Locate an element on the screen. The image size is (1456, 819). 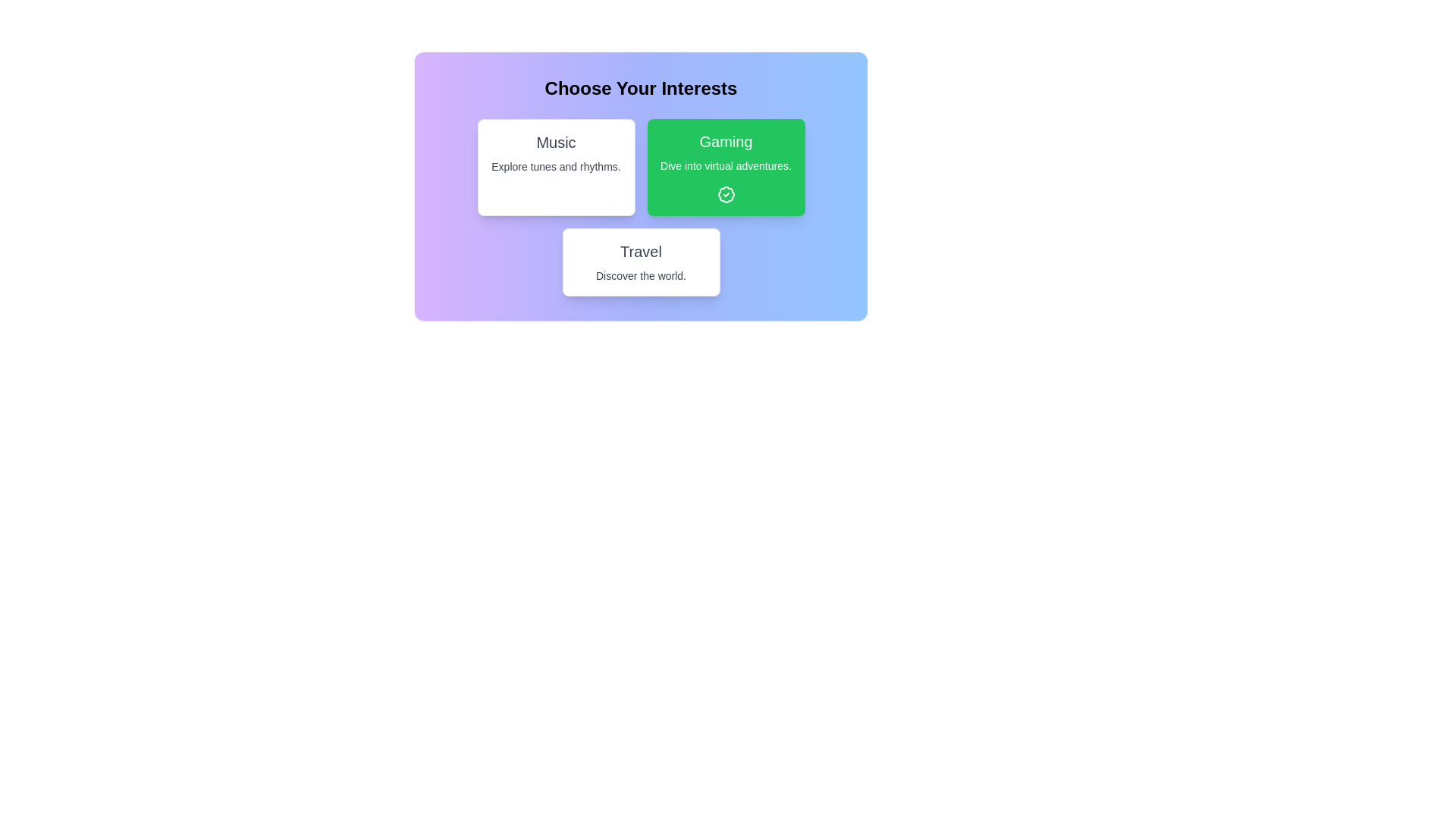
the interest card labeled 'Gaming' to observe the visual feedback is located at coordinates (725, 167).